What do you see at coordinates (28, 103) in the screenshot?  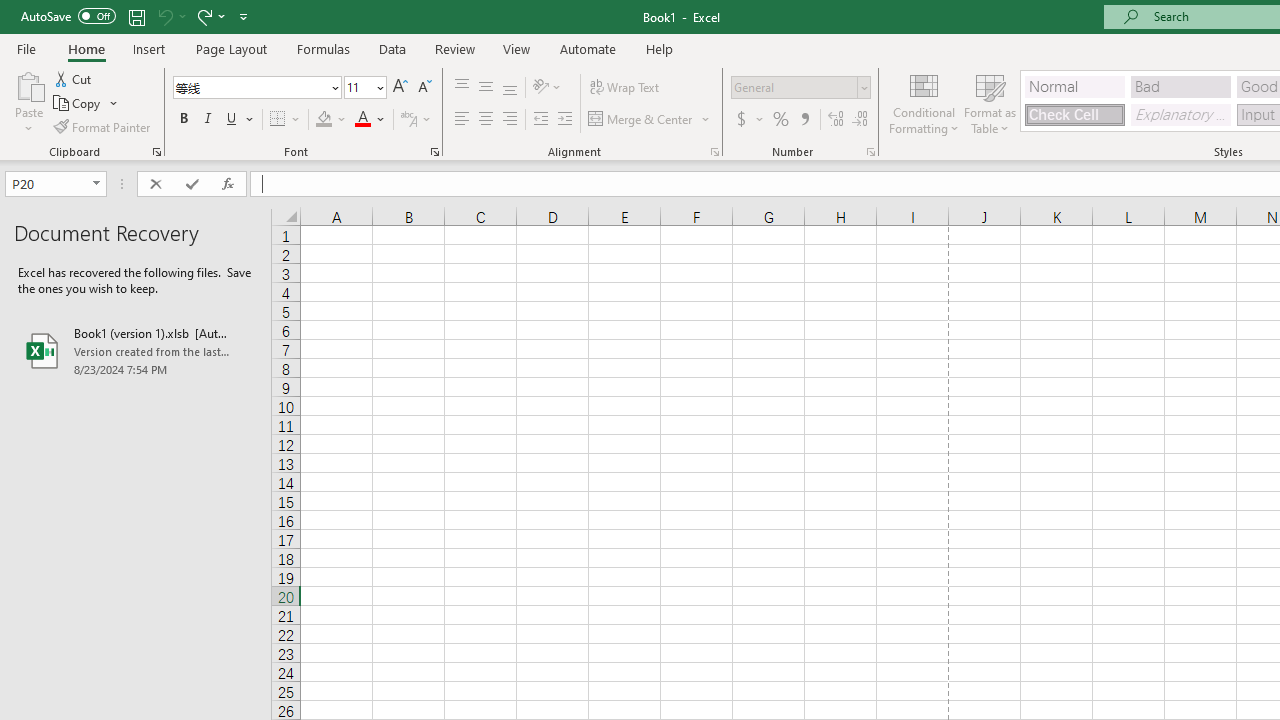 I see `'Paste'` at bounding box center [28, 103].